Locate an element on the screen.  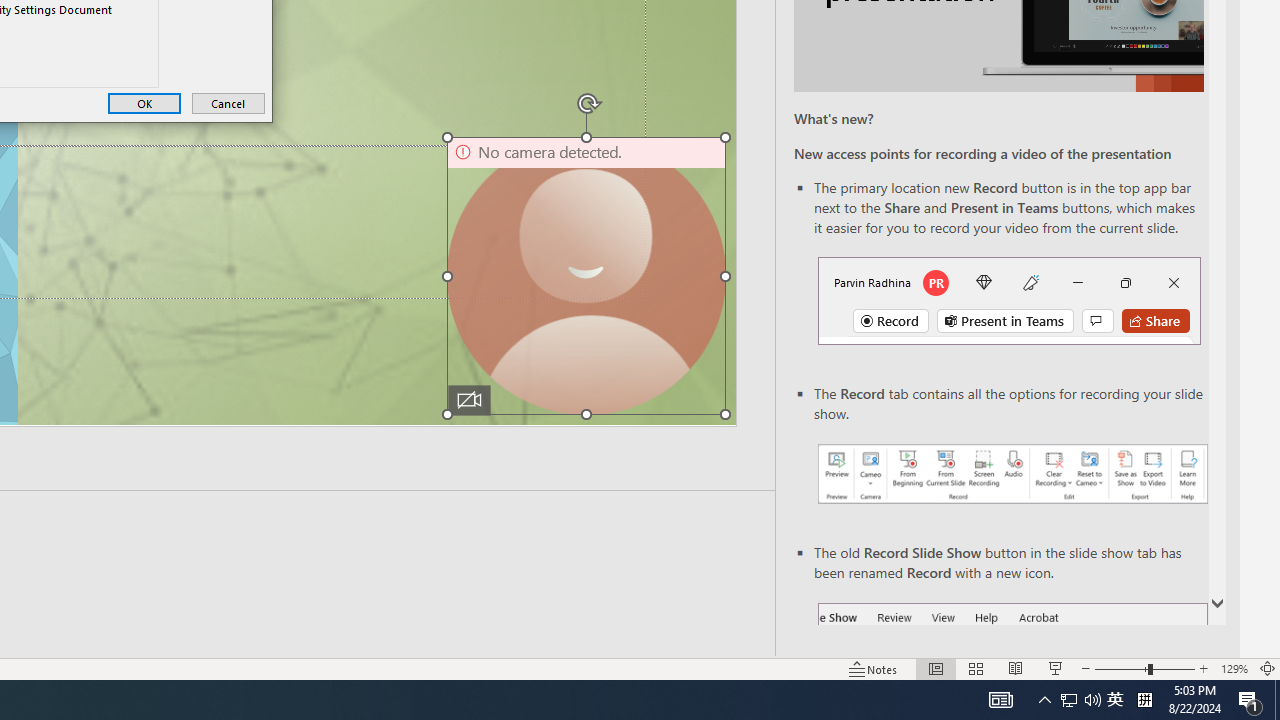
'Cancel' is located at coordinates (228, 103).